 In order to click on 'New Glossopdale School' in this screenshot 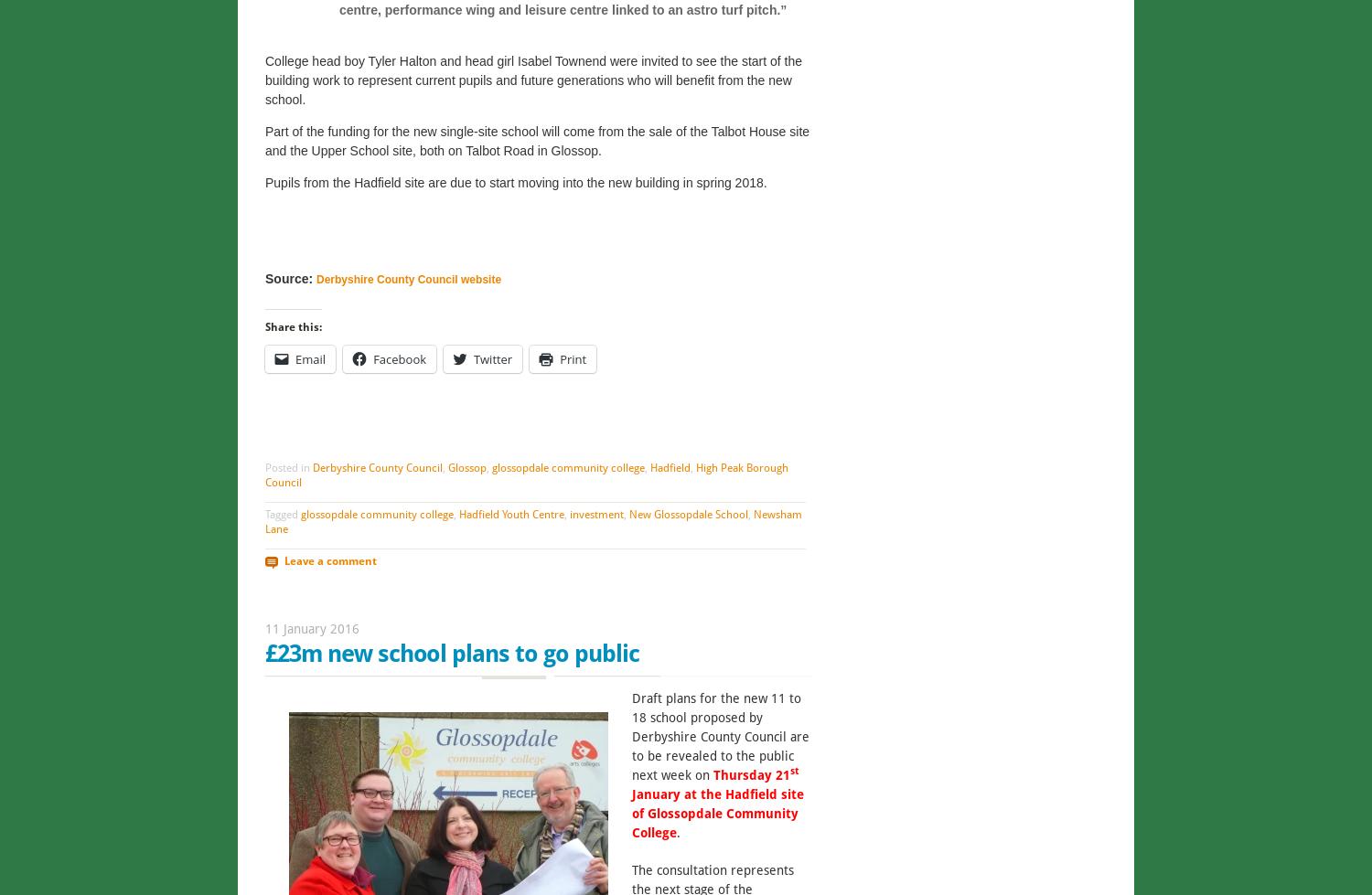, I will do `click(689, 513)`.